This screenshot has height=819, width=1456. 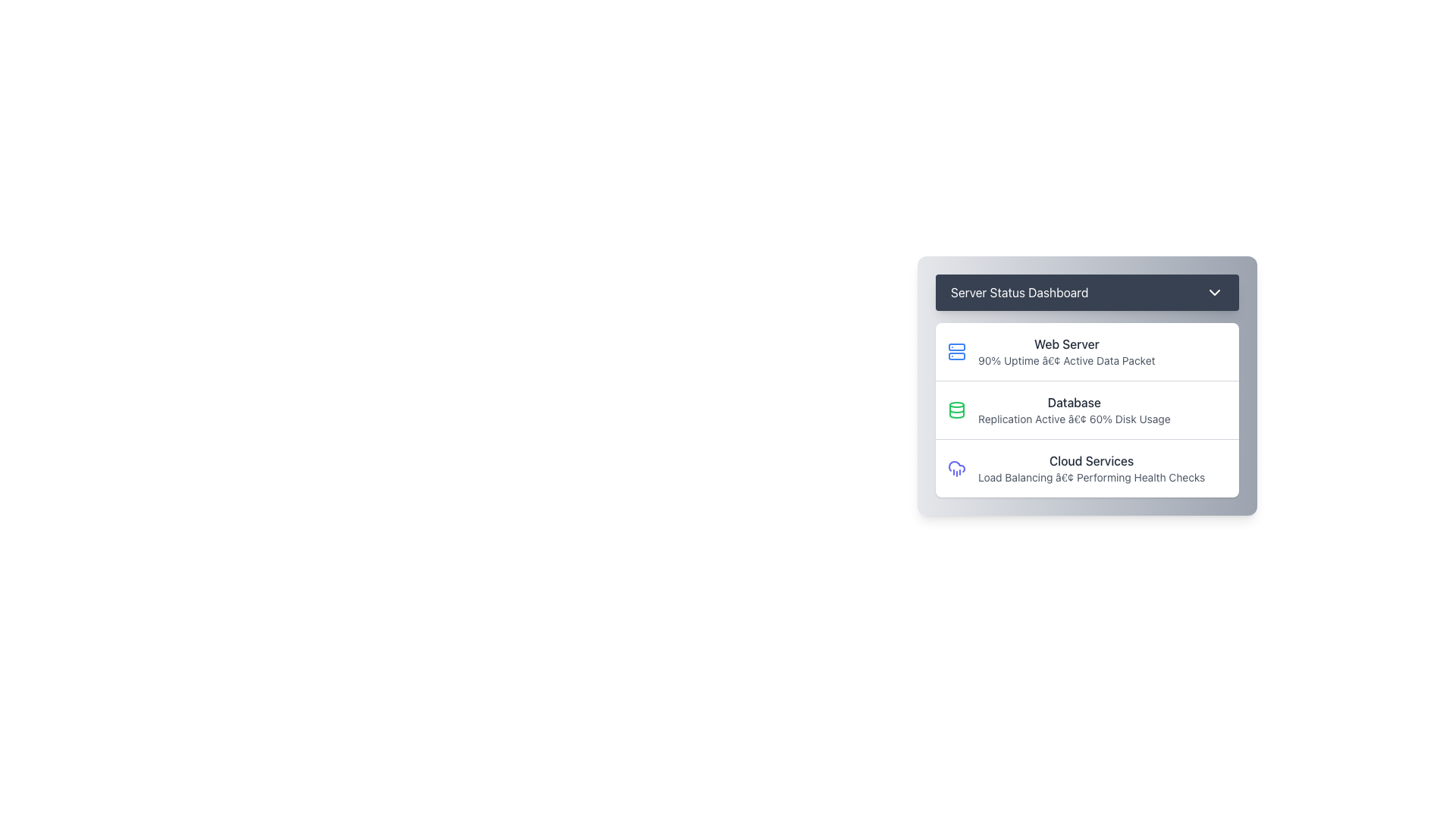 What do you see at coordinates (1073, 409) in the screenshot?
I see `the 'Database' label that displays 'Replication Active • 60% Disk Usage' in light gray, positioned in the server status dashboard as the second item in a vertical list` at bounding box center [1073, 409].